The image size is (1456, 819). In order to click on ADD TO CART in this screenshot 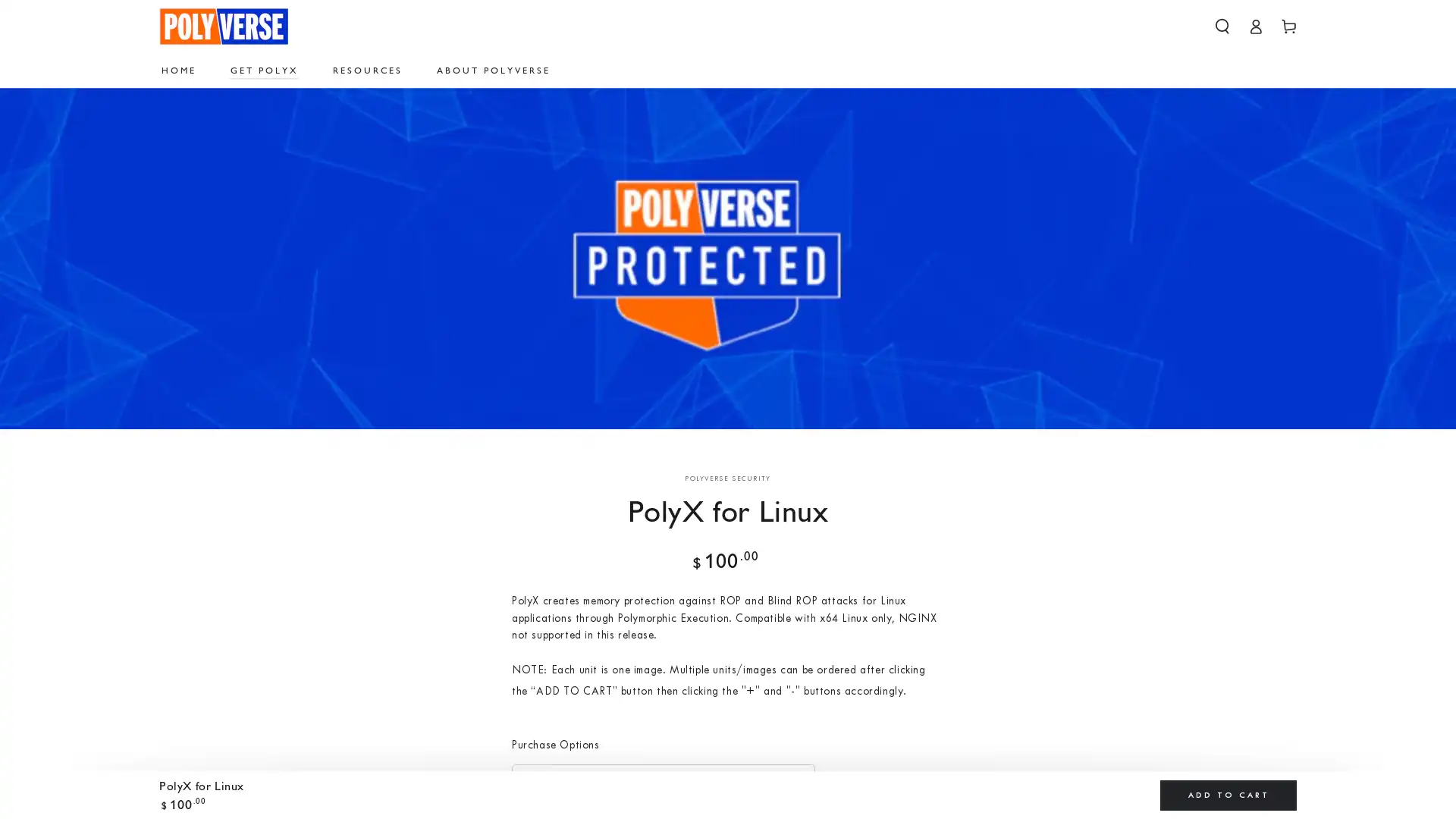, I will do `click(1228, 794)`.